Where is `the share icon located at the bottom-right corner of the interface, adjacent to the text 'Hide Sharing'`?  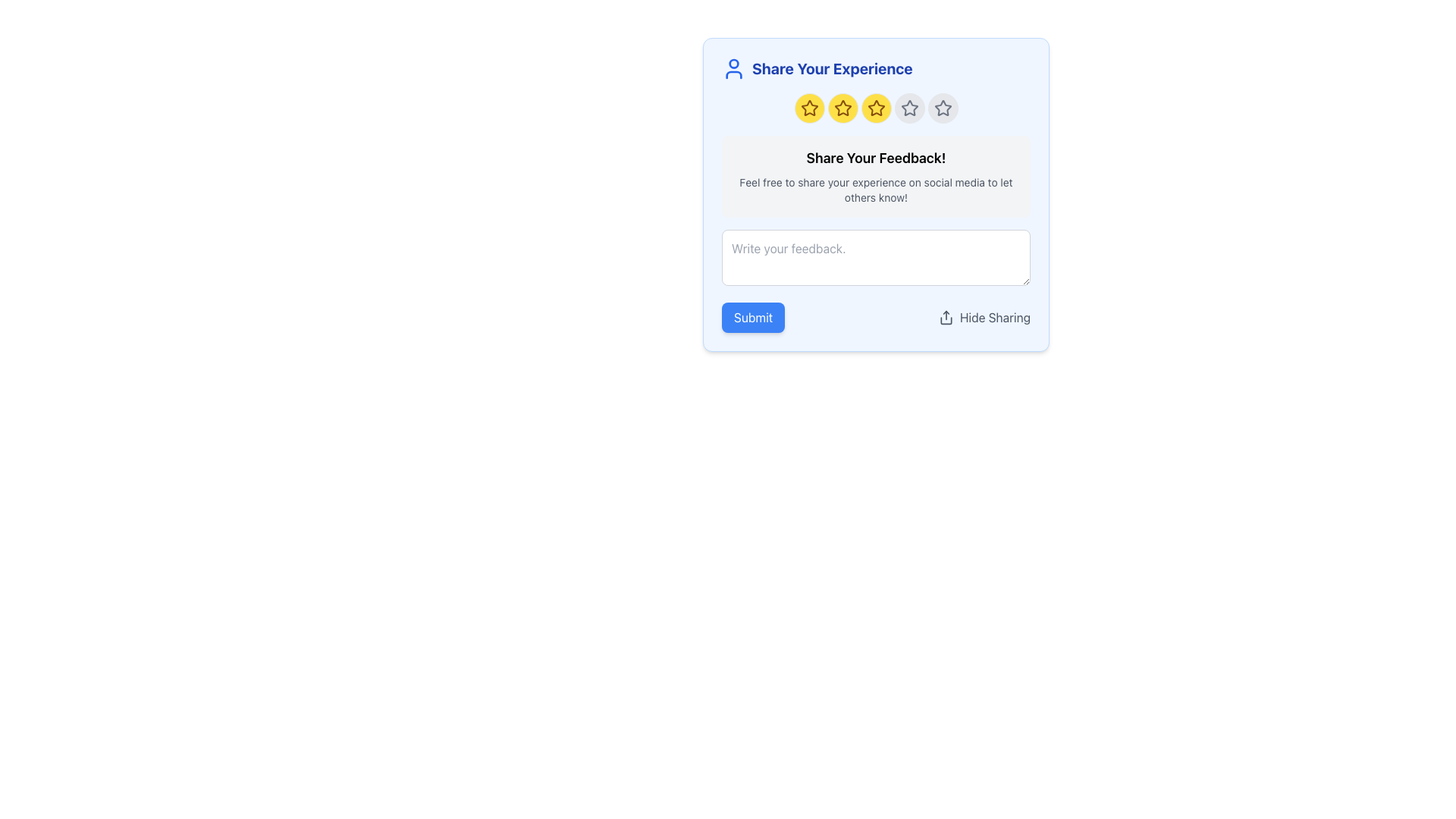 the share icon located at the bottom-right corner of the interface, adjacent to the text 'Hide Sharing' is located at coordinates (945, 317).